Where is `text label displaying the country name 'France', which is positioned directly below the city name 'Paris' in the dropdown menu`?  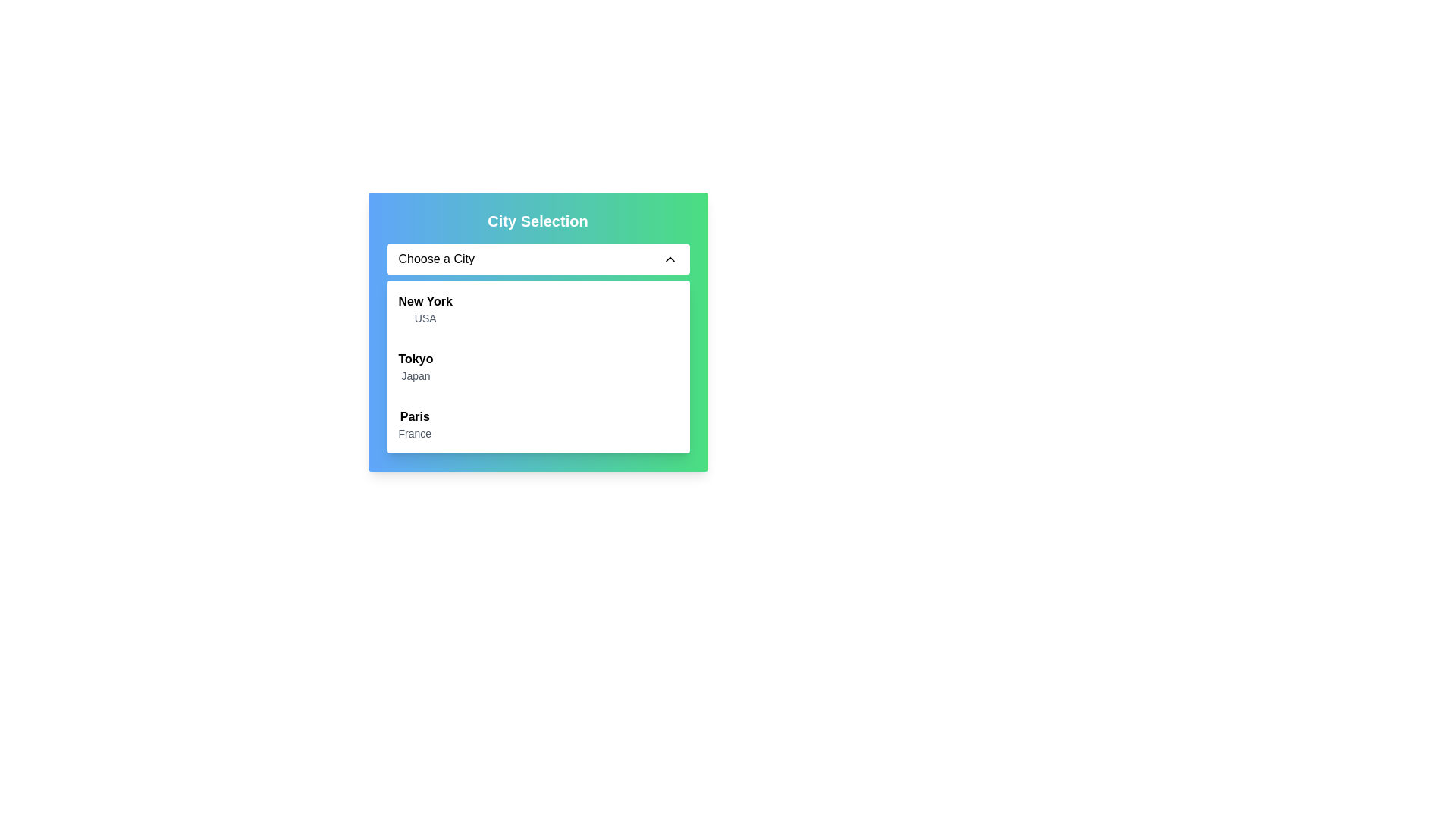 text label displaying the country name 'France', which is positioned directly below the city name 'Paris' in the dropdown menu is located at coordinates (415, 433).